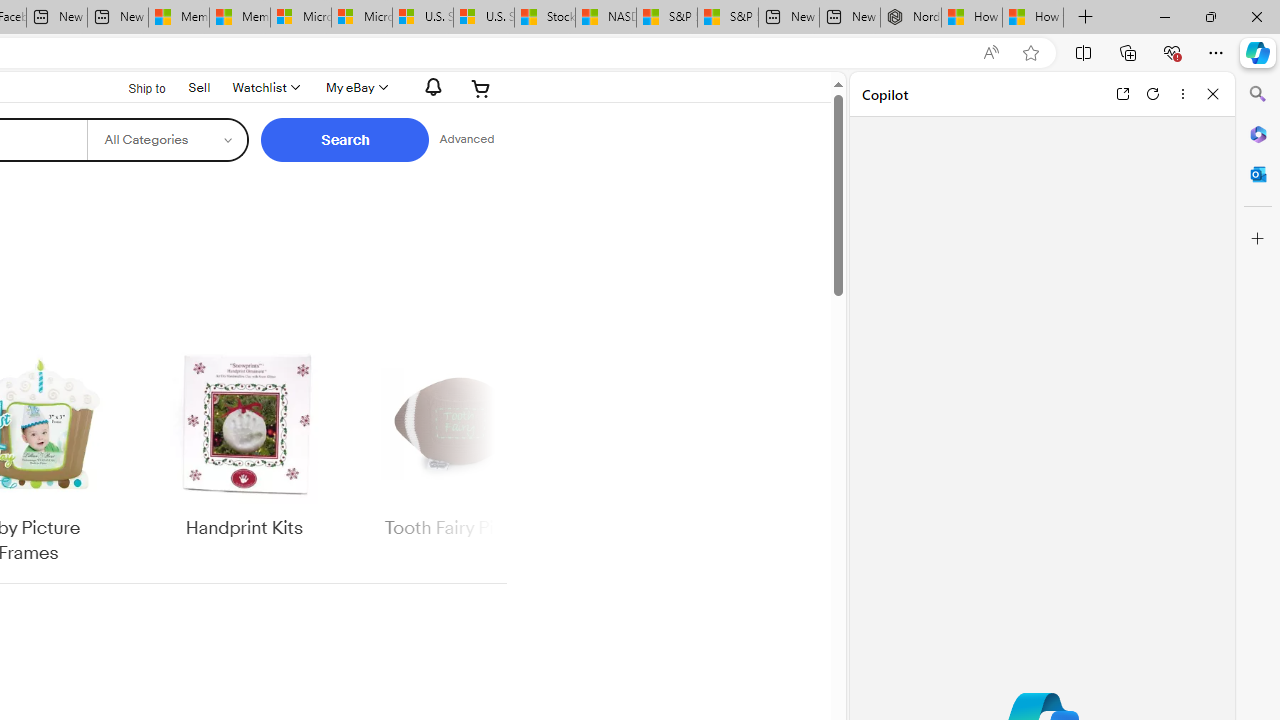 The width and height of the screenshot is (1280, 720). I want to click on 'Open link in new tab', so click(1122, 93).